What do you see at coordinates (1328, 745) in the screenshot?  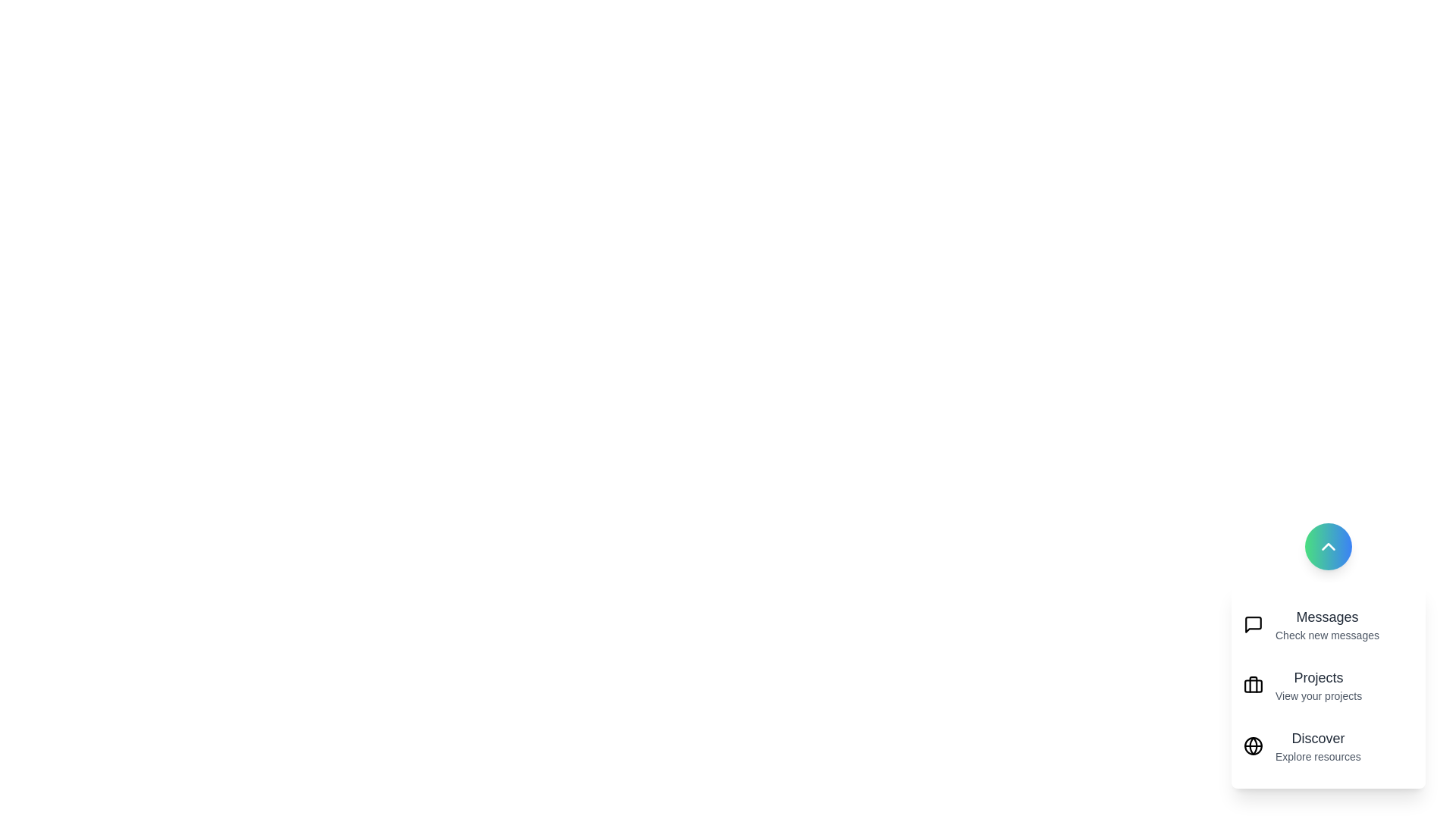 I see `the 'Discover' item to perform its action` at bounding box center [1328, 745].